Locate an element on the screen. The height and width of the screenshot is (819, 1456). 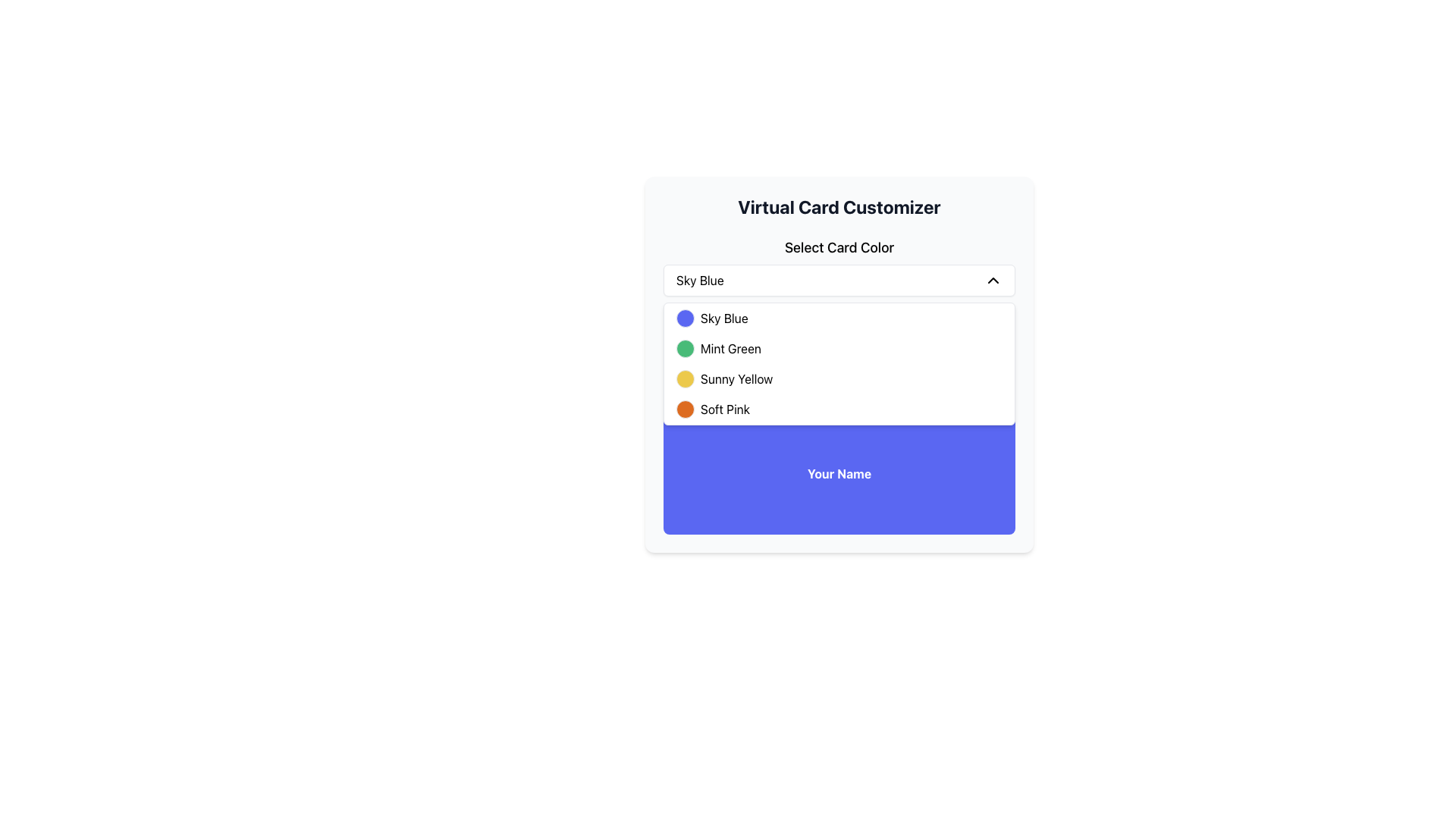
the chevron-up icon with a thin black stroke located on the right side of the dropdown component labeled 'Sky Blue' is located at coordinates (993, 281).